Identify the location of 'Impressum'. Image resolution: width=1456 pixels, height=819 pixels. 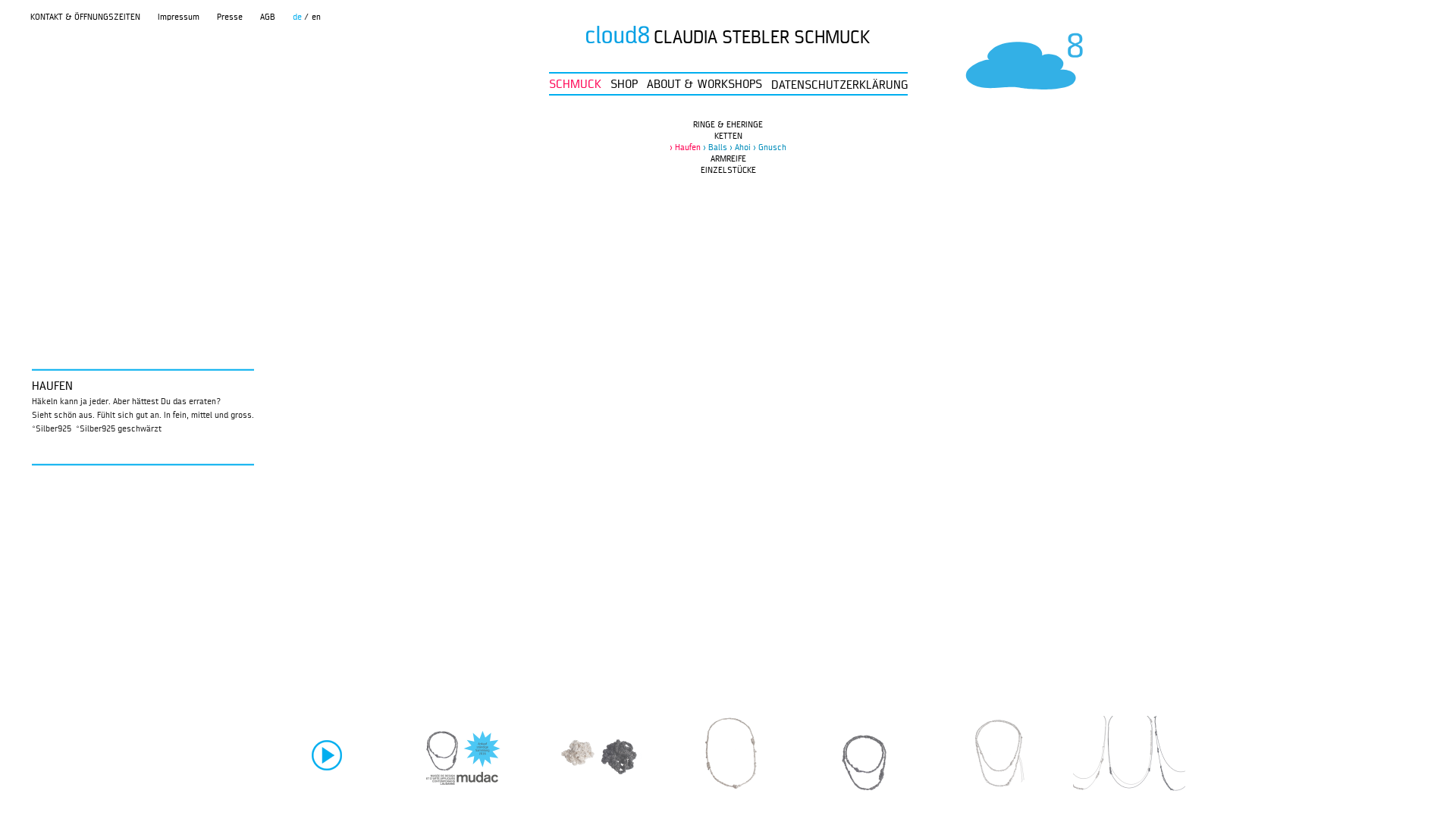
(178, 17).